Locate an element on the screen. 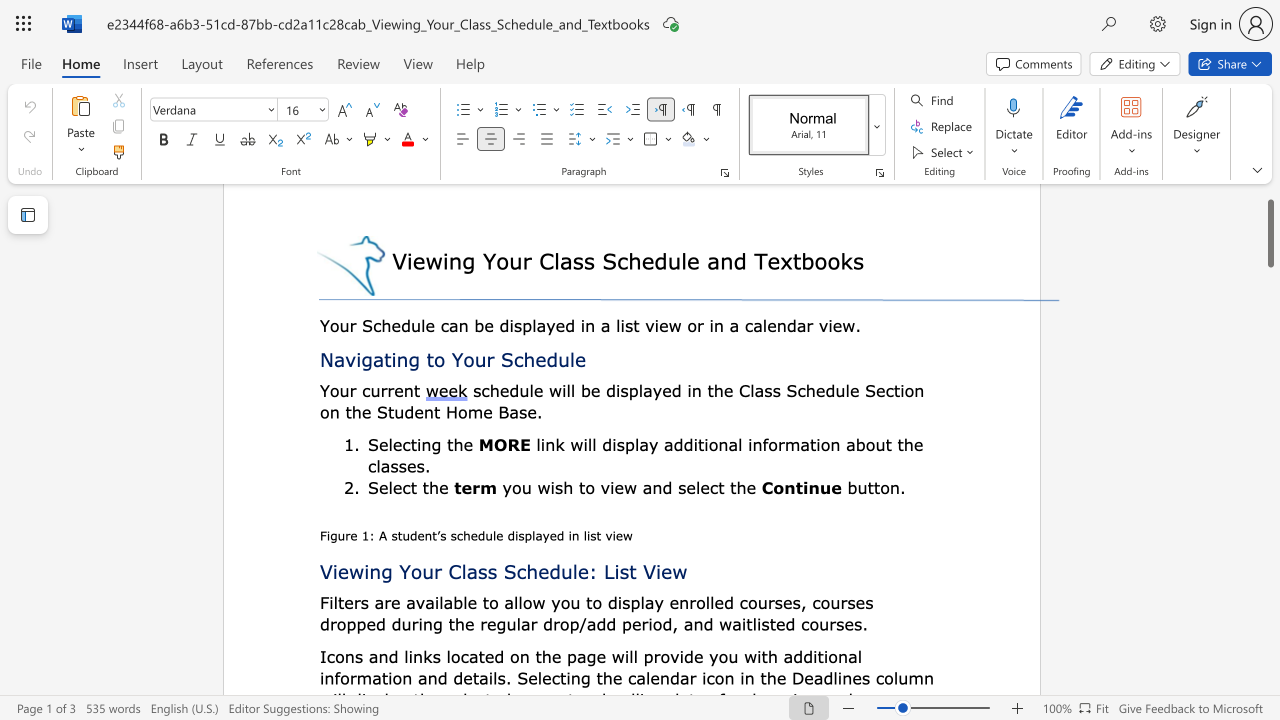  the scrollbar and move down 2100 pixels is located at coordinates (1269, 232).